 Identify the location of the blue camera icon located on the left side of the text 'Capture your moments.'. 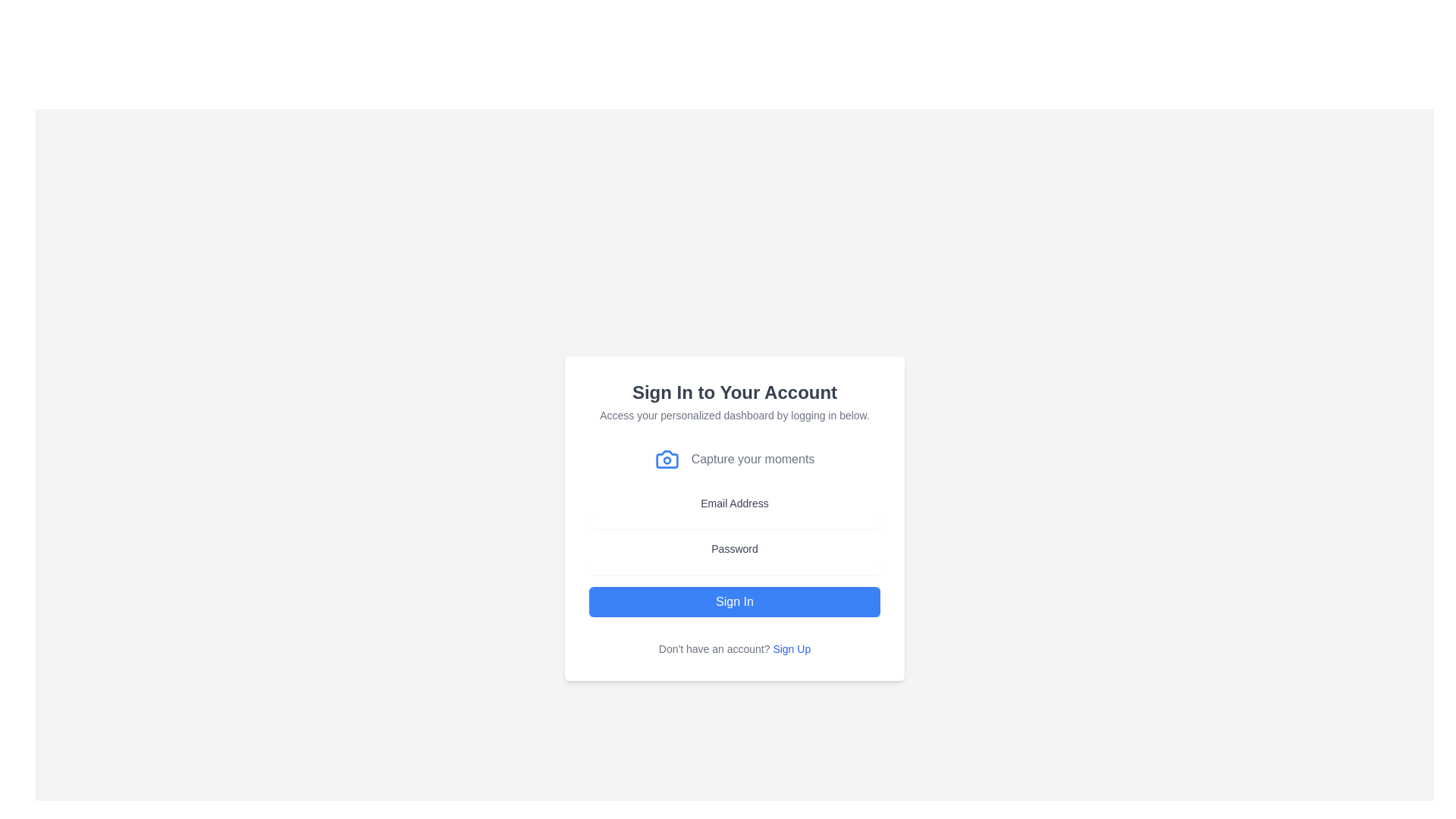
(667, 458).